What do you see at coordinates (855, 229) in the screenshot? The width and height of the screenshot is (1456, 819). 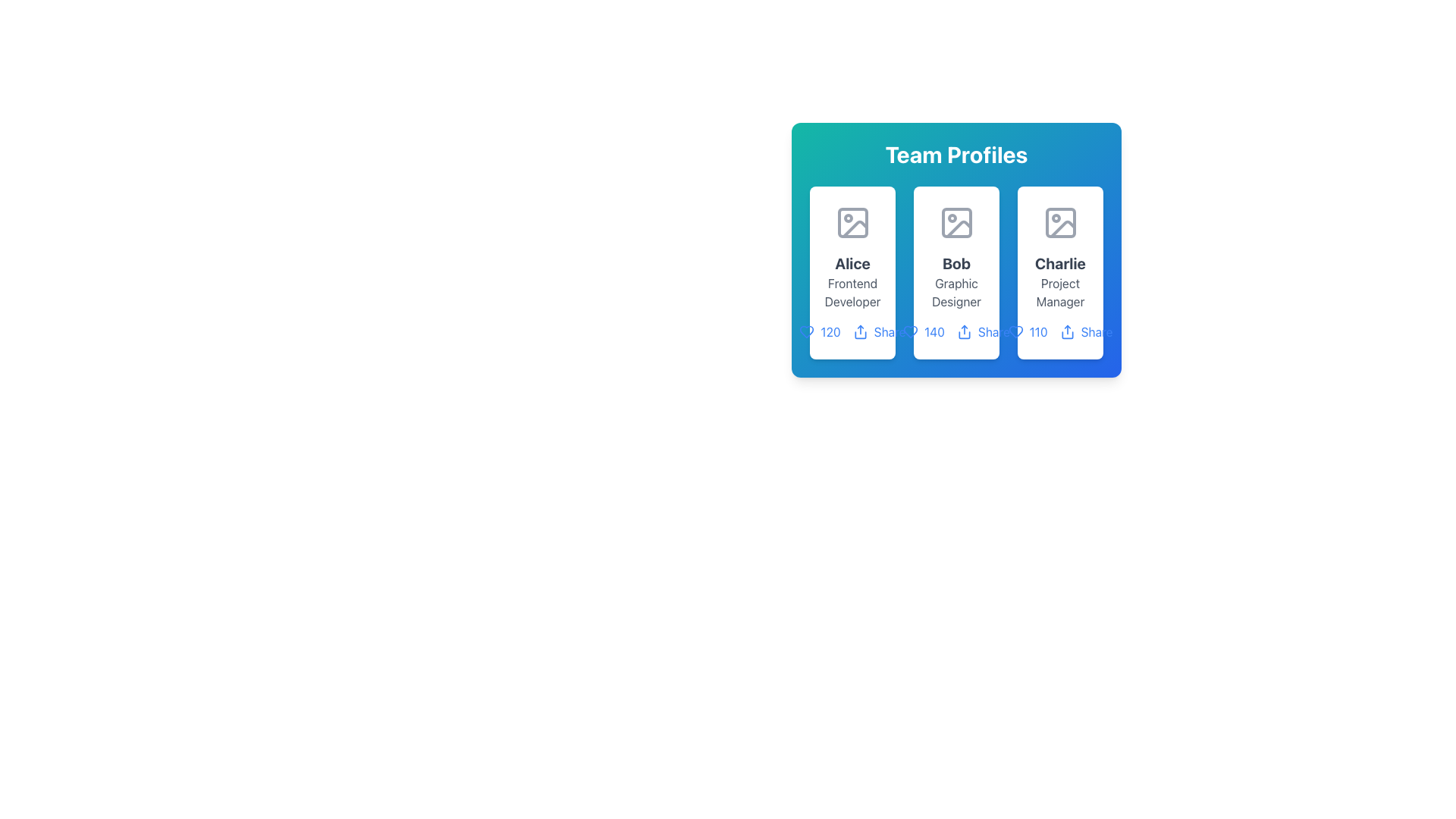 I see `the curved line stylized icon in the leftmost card of Alice's team profile section, located under her name` at bounding box center [855, 229].